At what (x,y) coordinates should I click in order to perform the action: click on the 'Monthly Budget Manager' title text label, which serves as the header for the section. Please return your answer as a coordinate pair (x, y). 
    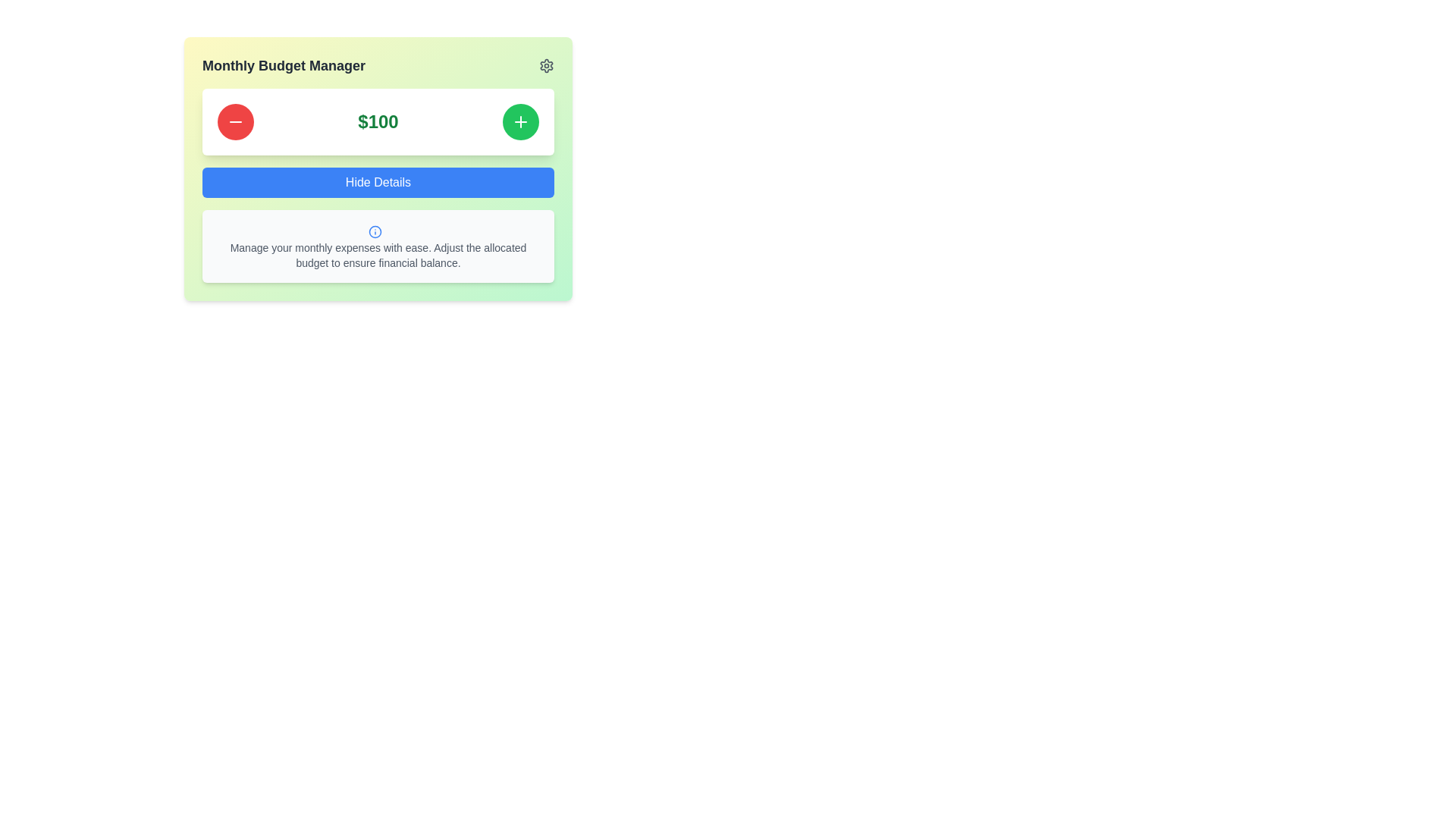
    Looking at the image, I should click on (284, 65).